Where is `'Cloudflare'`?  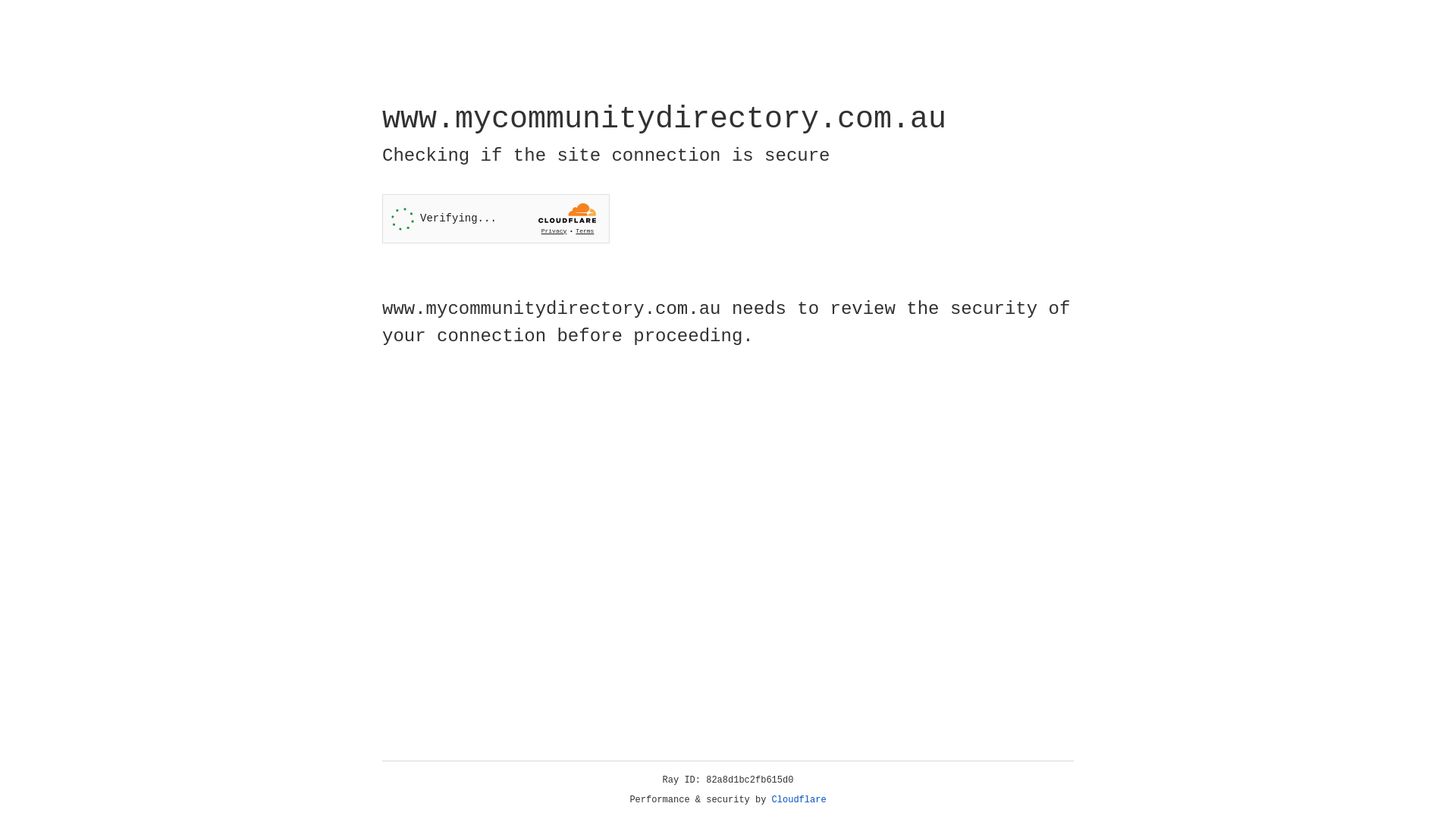
'Cloudflare' is located at coordinates (799, 799).